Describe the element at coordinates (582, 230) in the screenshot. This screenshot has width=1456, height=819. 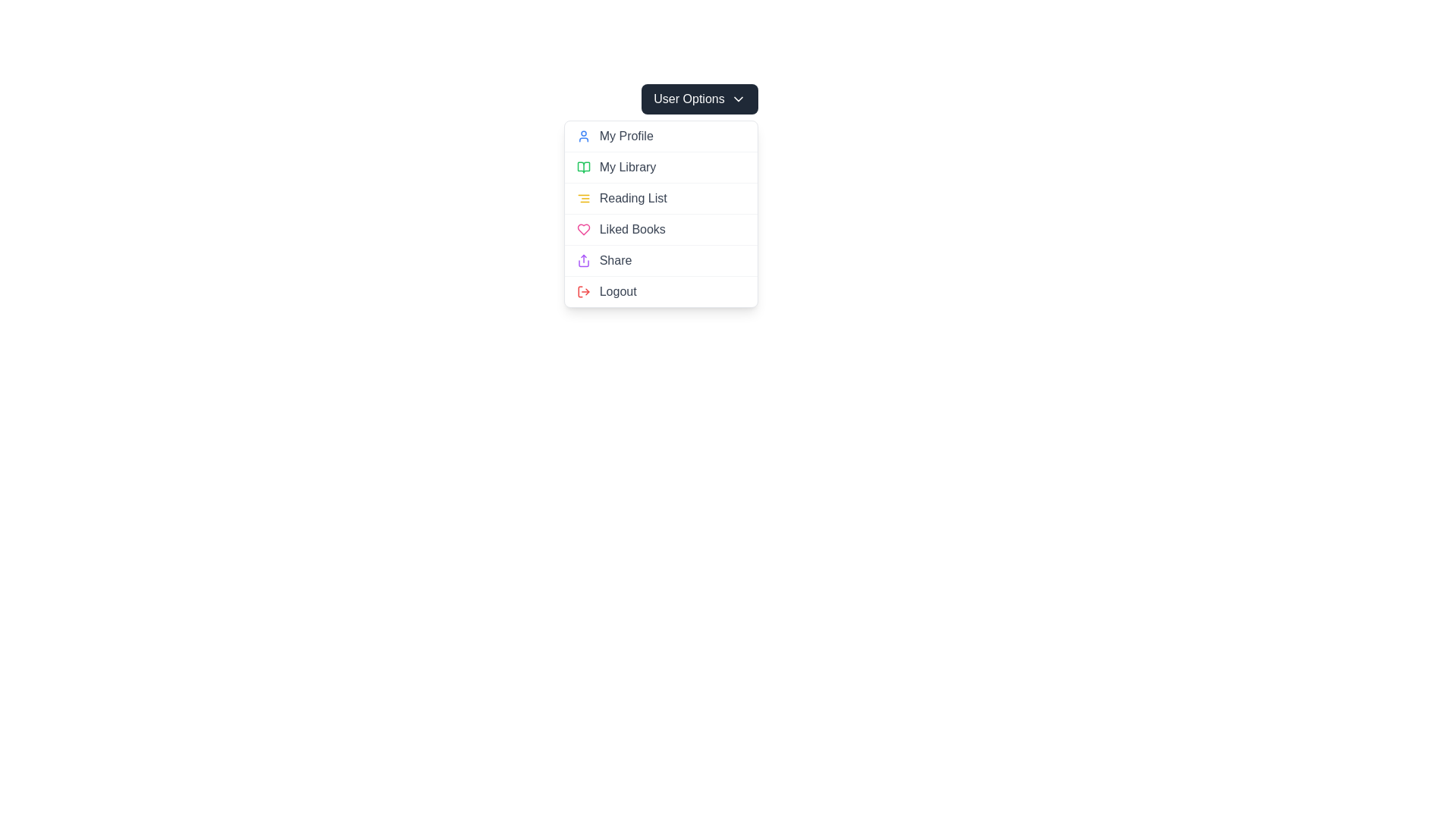
I see `the heart-shaped icon that indicates the 'Liked Books' feature within the dropdown menu under the 'User Options' button` at that location.